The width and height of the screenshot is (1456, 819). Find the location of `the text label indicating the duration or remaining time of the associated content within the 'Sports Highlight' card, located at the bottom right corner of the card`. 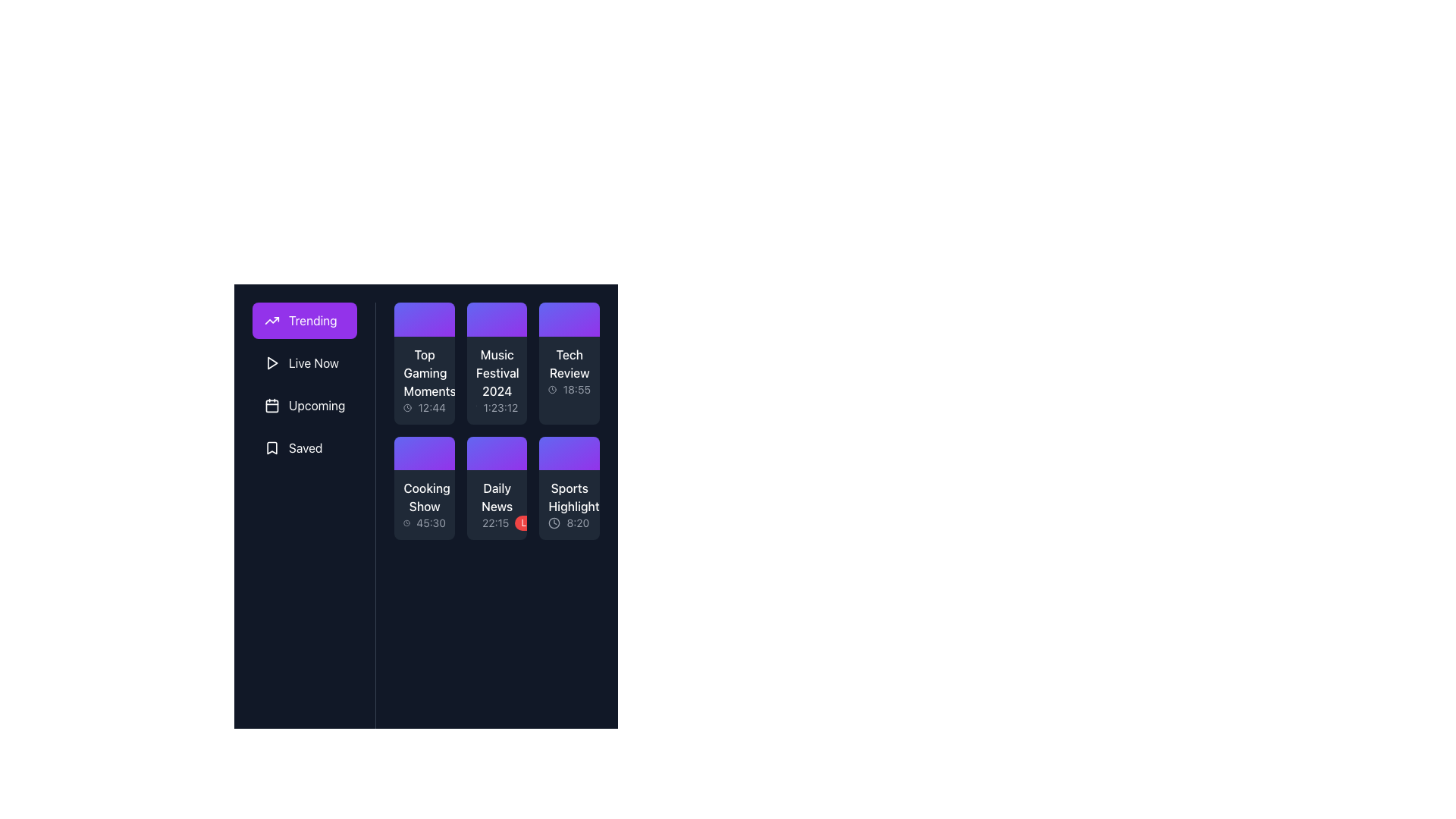

the text label indicating the duration or remaining time of the associated content within the 'Sports Highlight' card, located at the bottom right corner of the card is located at coordinates (577, 522).